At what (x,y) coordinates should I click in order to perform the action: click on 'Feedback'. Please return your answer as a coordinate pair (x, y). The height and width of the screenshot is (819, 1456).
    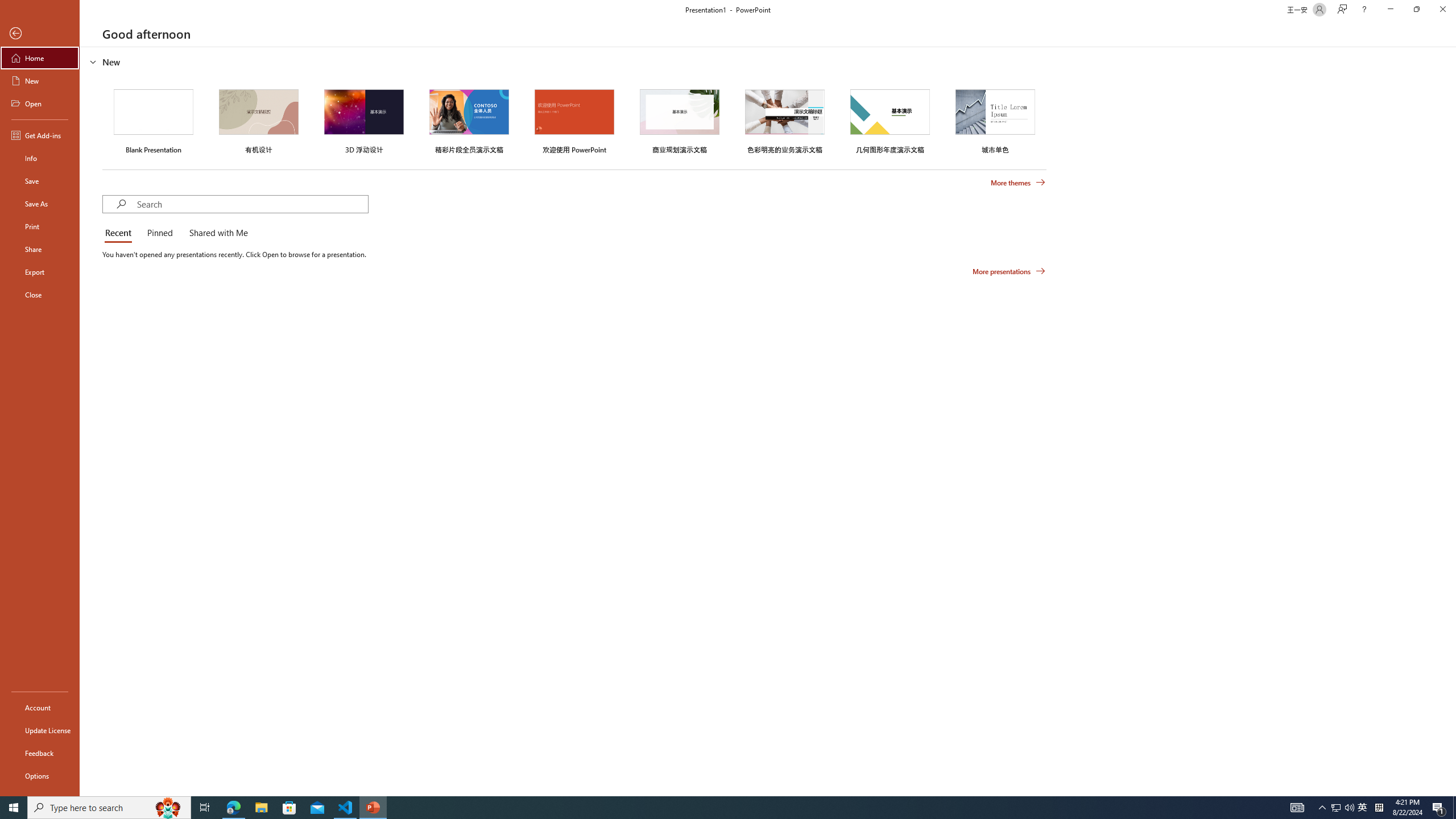
    Looking at the image, I should click on (39, 753).